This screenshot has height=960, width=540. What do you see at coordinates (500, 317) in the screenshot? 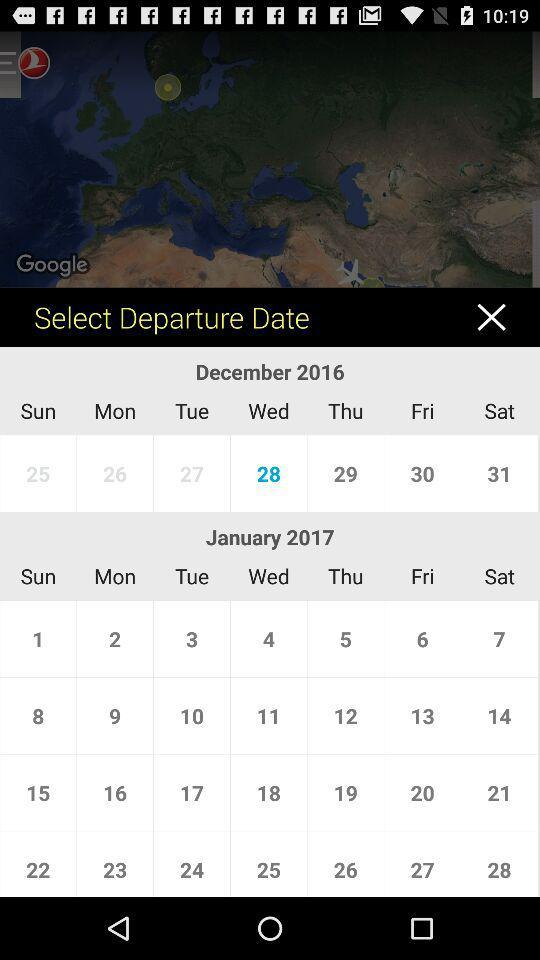
I see `tag` at bounding box center [500, 317].